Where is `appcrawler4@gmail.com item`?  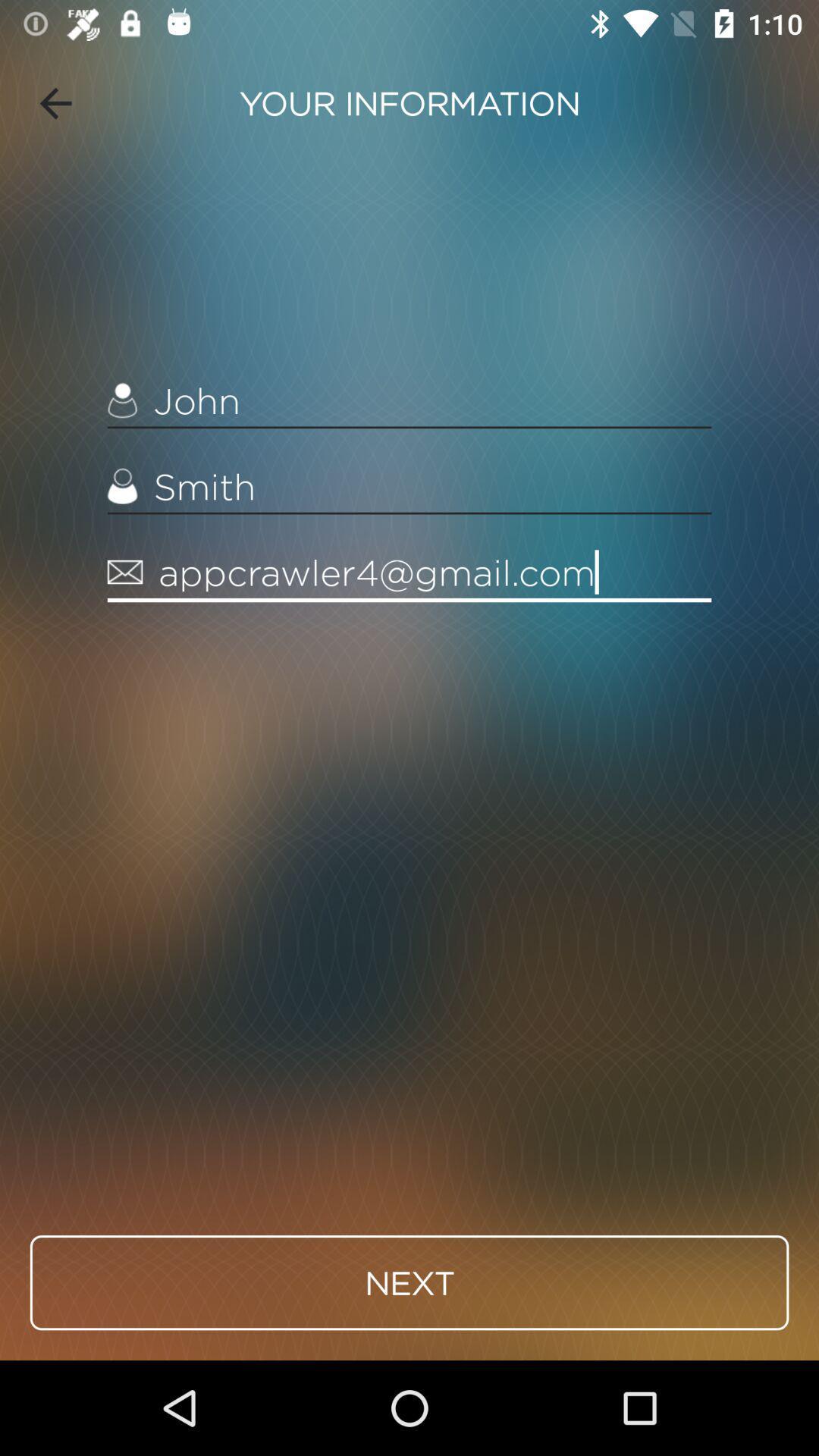 appcrawler4@gmail.com item is located at coordinates (409, 572).